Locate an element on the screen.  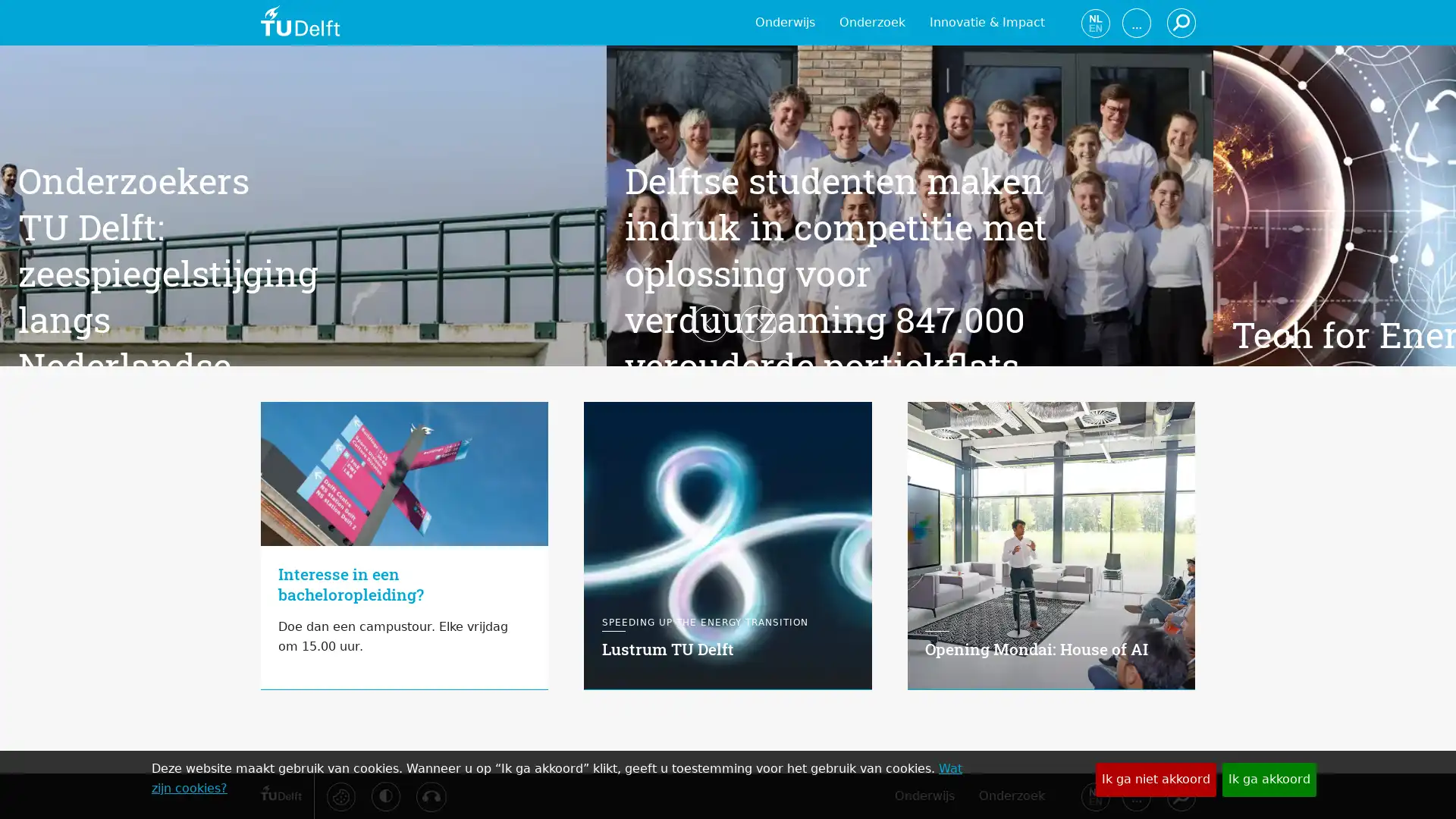
Activeer hoog contrast is located at coordinates (385, 795).